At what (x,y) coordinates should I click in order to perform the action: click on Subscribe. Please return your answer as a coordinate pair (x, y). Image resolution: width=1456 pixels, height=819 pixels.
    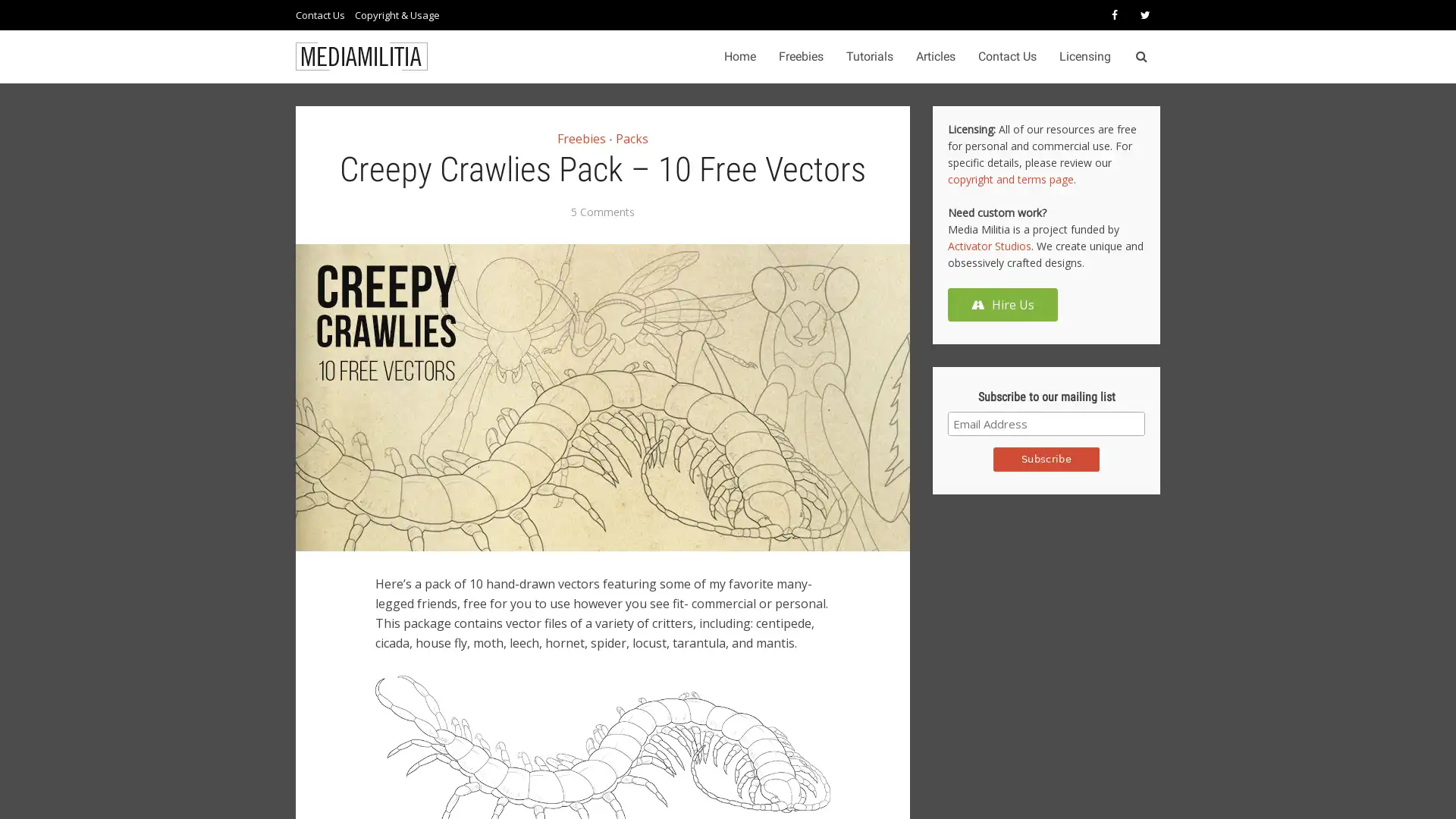
    Looking at the image, I should click on (1046, 458).